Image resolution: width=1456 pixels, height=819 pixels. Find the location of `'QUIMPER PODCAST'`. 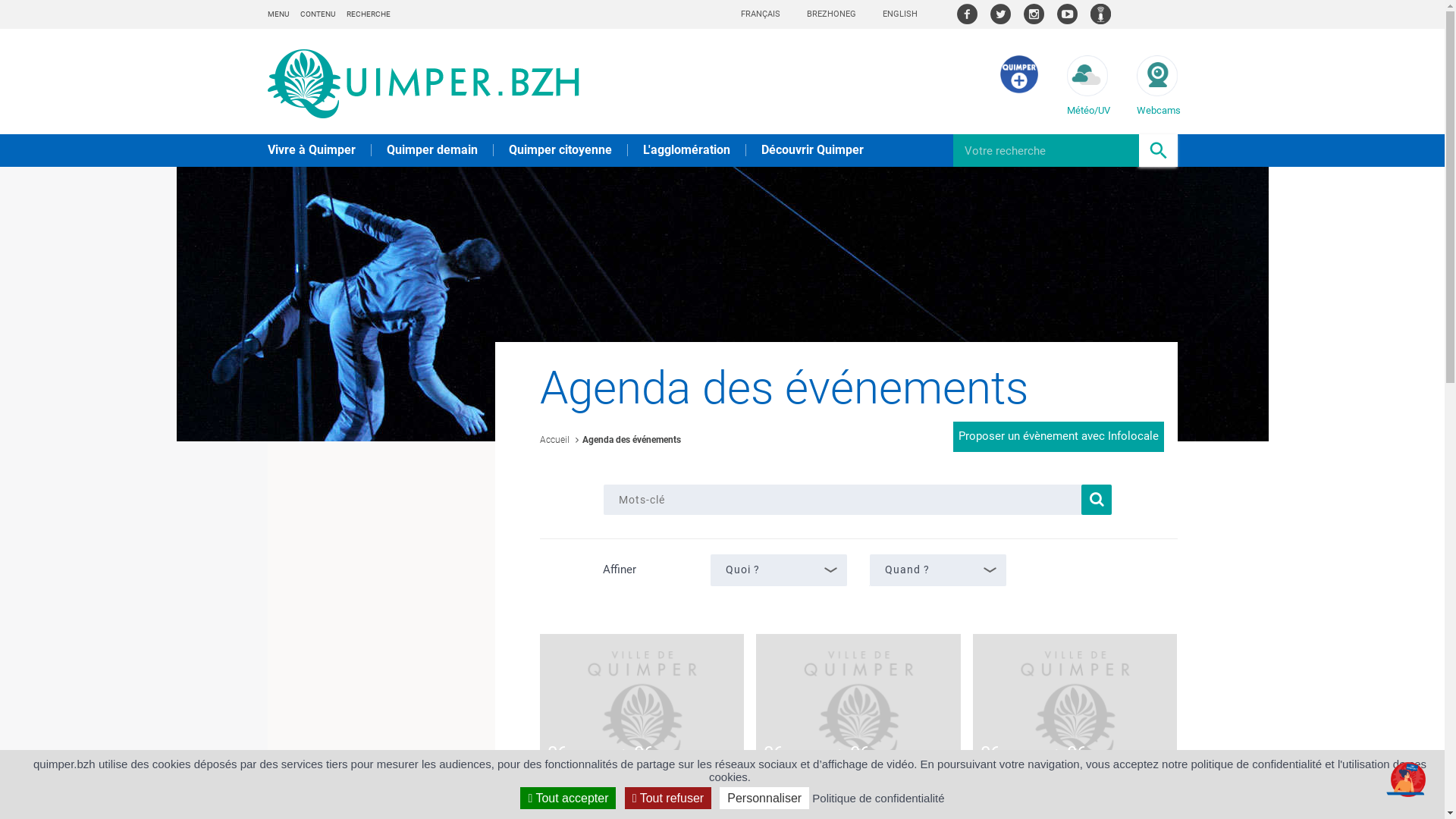

'QUIMPER PODCAST' is located at coordinates (1090, 14).